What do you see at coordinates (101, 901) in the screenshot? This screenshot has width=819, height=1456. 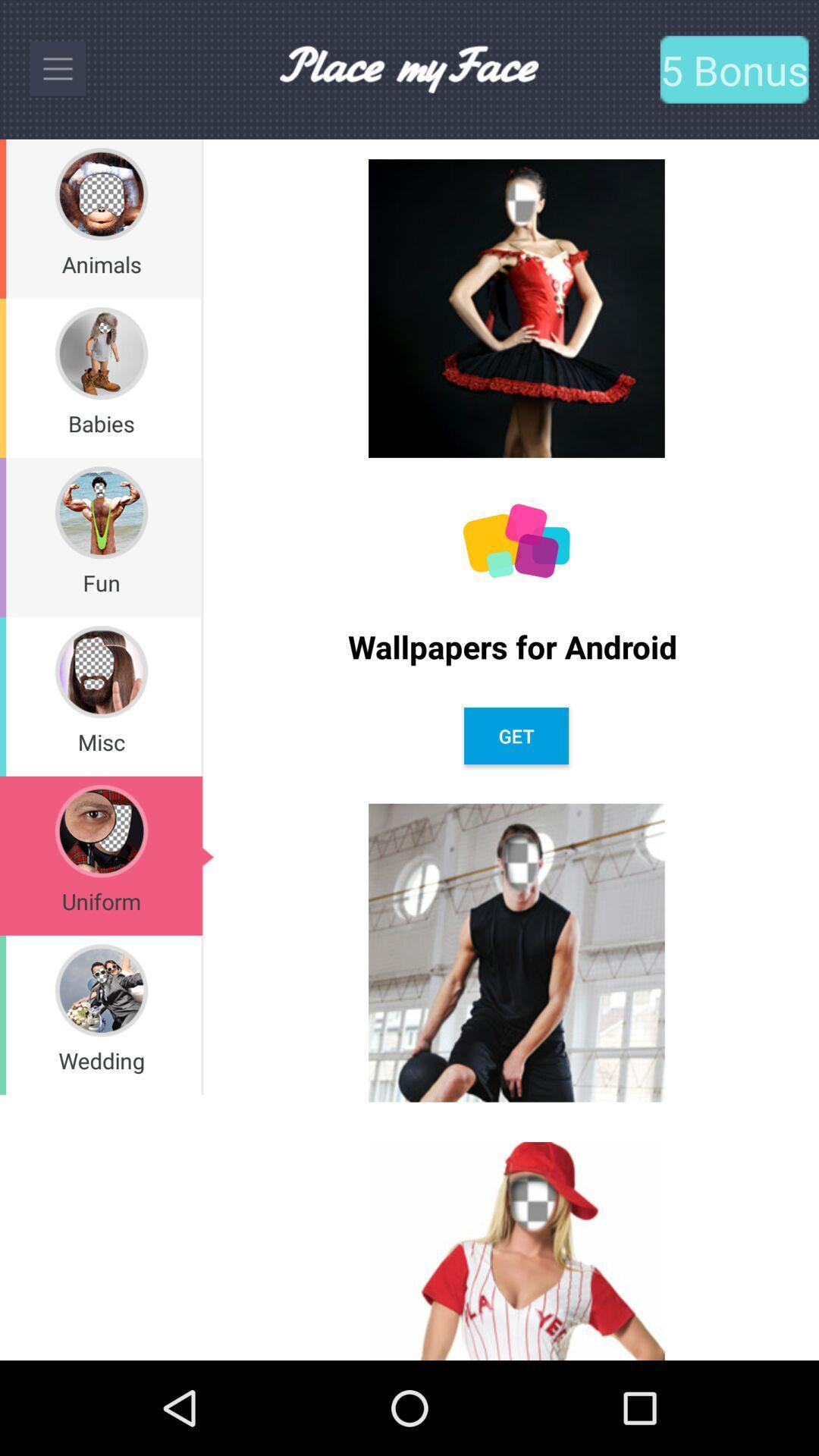 I see `uniform` at bounding box center [101, 901].